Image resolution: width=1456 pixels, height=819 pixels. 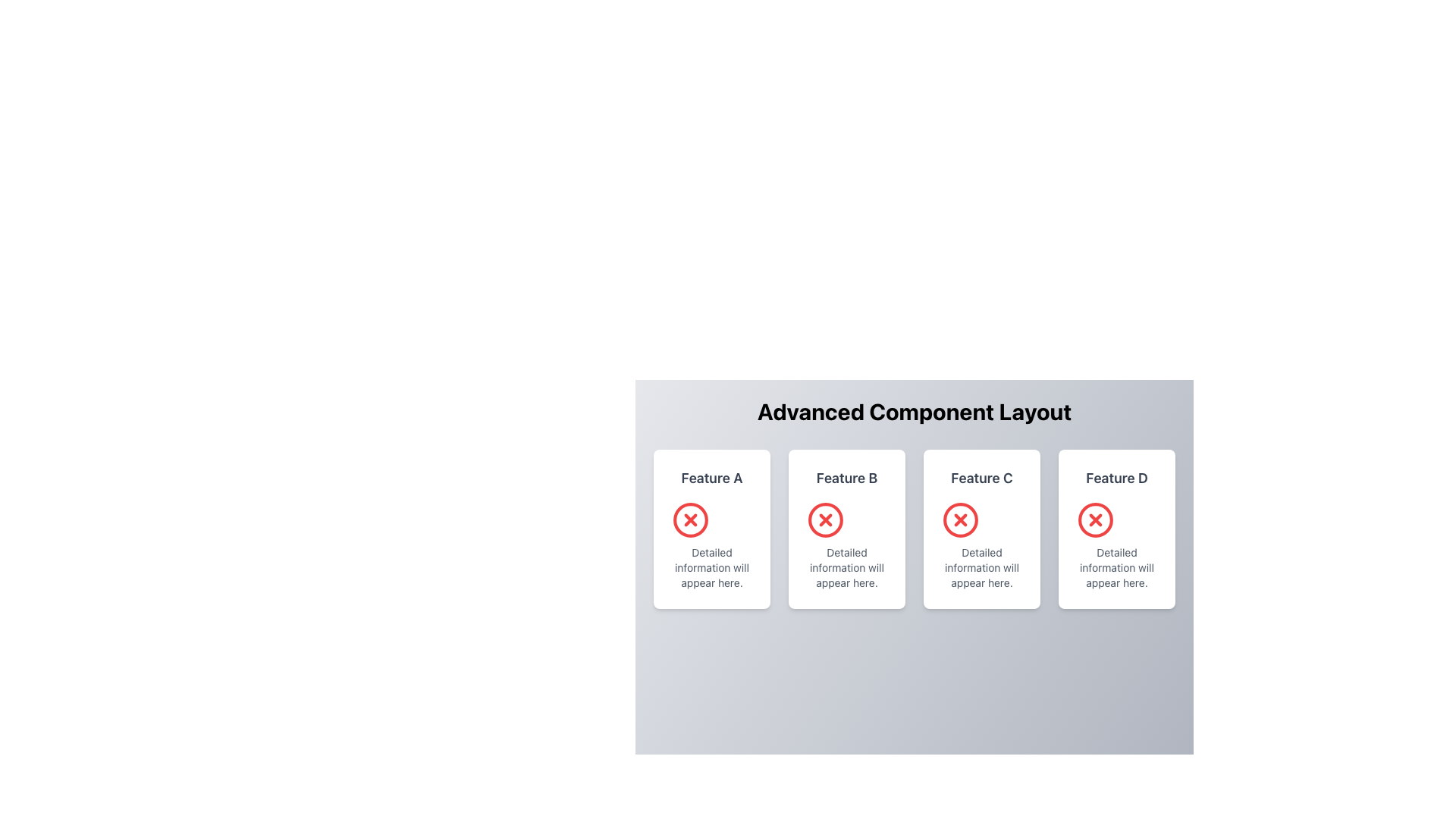 I want to click on the Text Label that serves as the title for the associated card content, positioned as the second card from the left, so click(x=846, y=476).